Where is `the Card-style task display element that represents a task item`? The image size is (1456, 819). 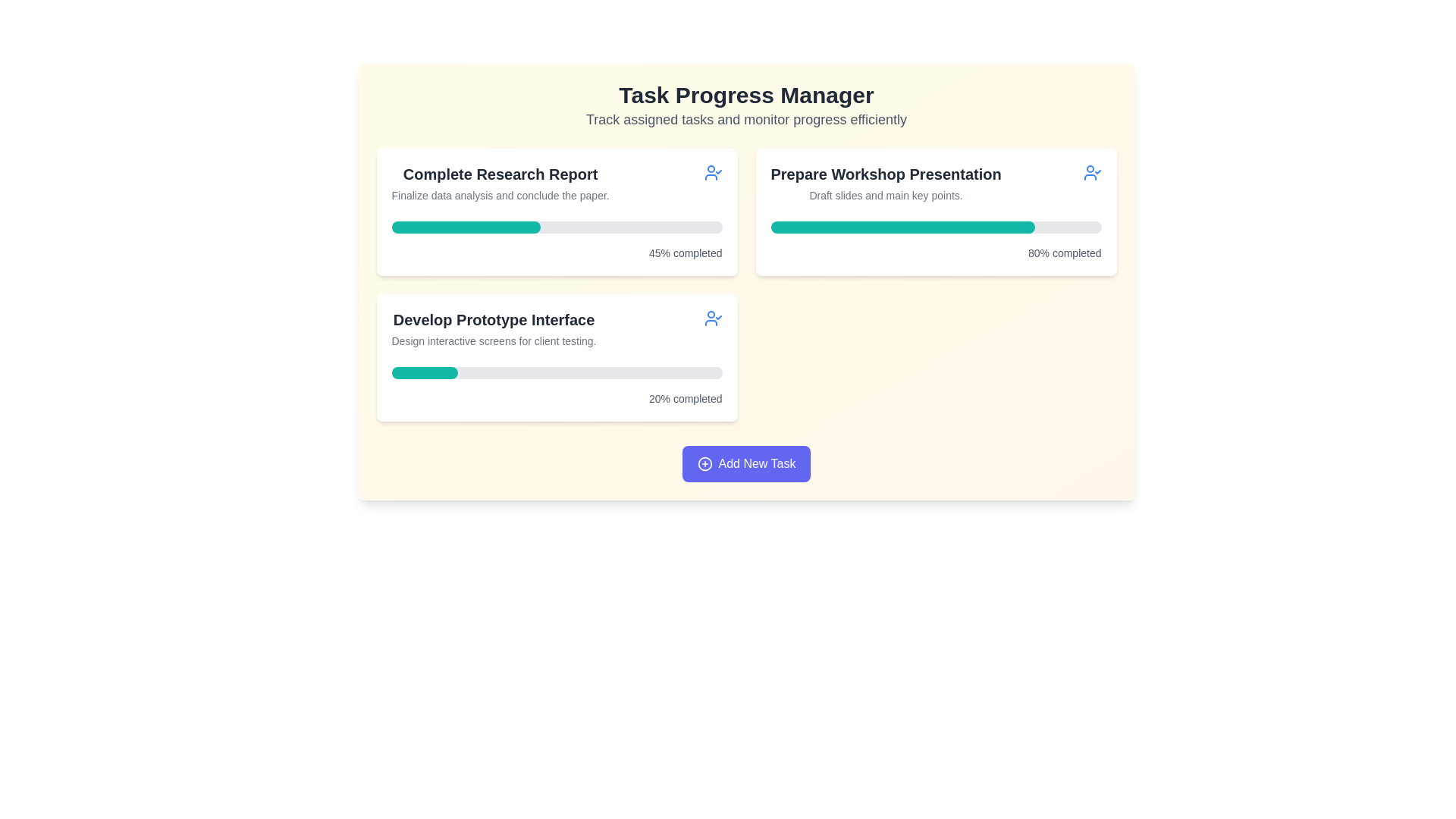 the Card-style task display element that represents a task item is located at coordinates (935, 212).